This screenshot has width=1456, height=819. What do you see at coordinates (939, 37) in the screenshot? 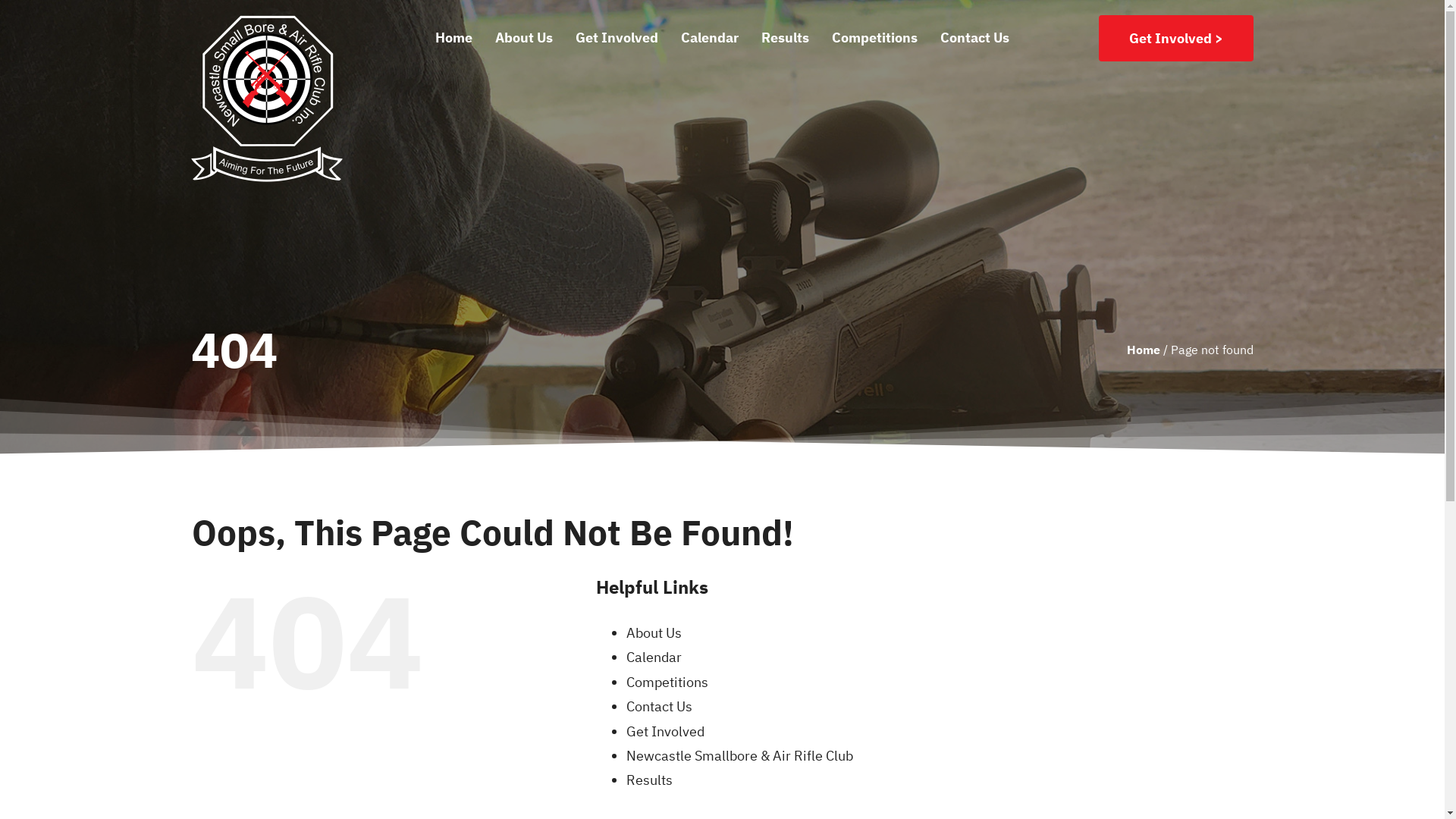
I see `'Contact Us'` at bounding box center [939, 37].